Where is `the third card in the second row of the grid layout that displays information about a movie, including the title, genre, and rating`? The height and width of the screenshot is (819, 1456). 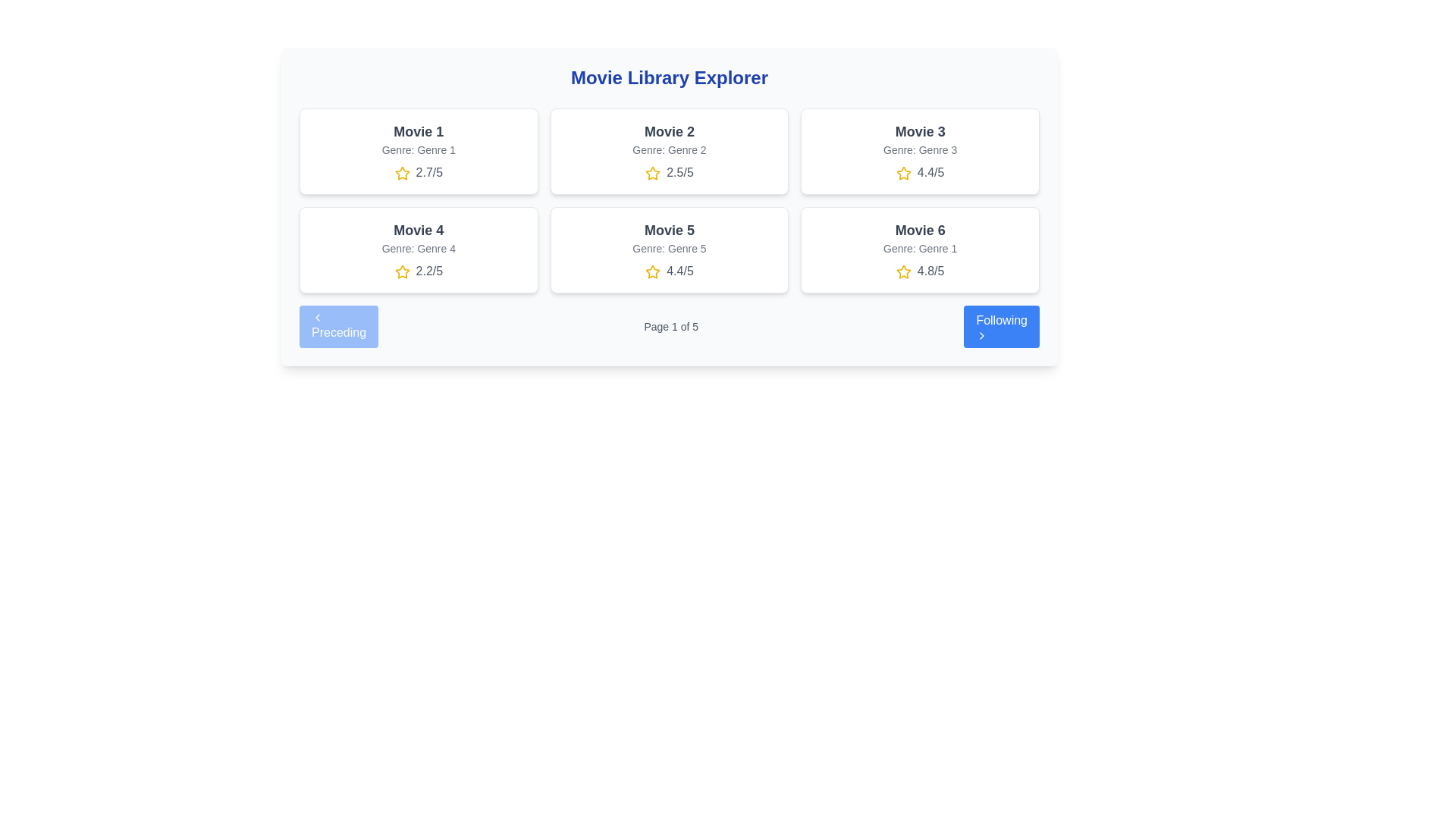
the third card in the second row of the grid layout that displays information about a movie, including the title, genre, and rating is located at coordinates (919, 249).